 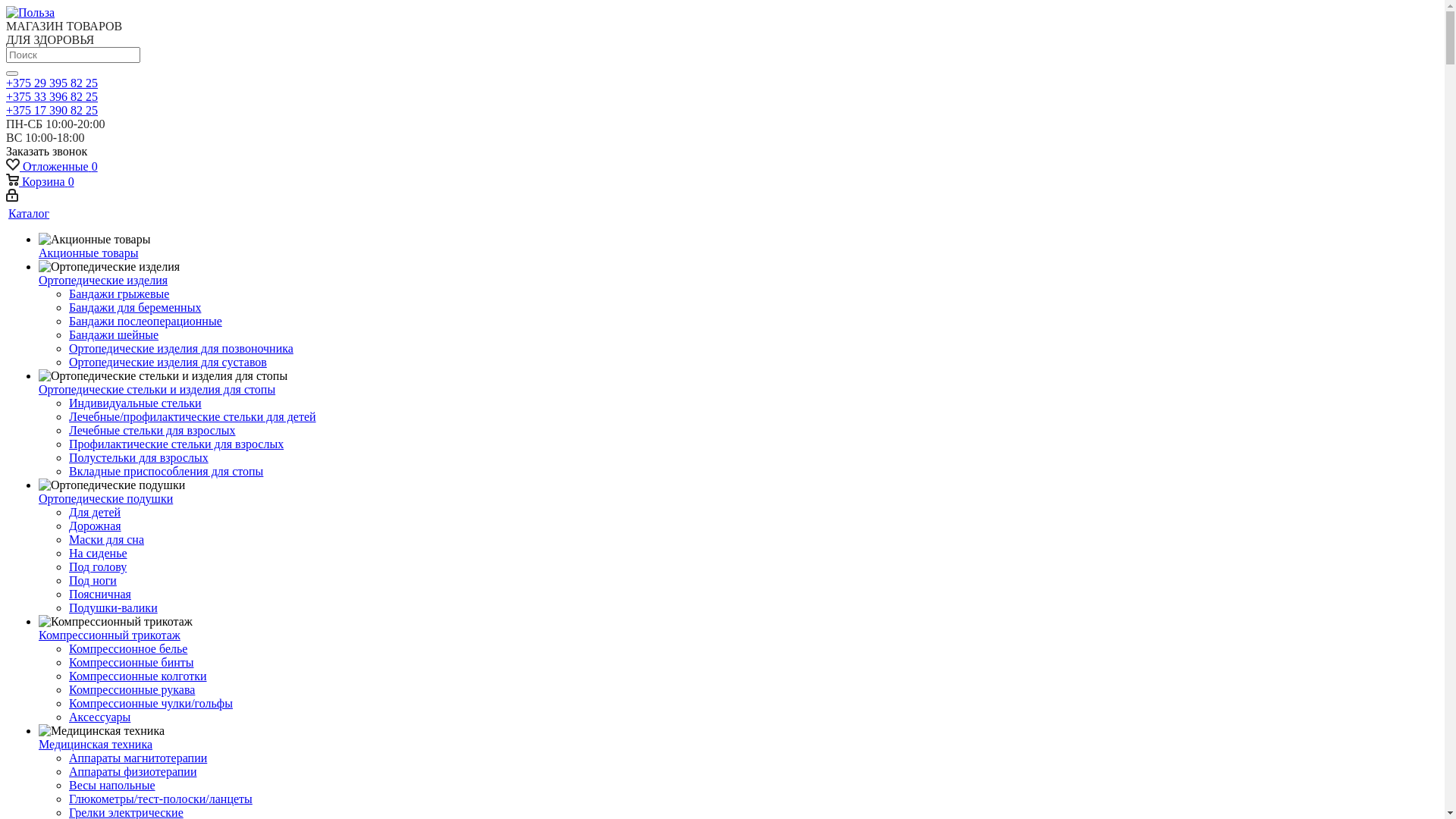 I want to click on '+375 33 396 82 25', so click(x=52, y=96).